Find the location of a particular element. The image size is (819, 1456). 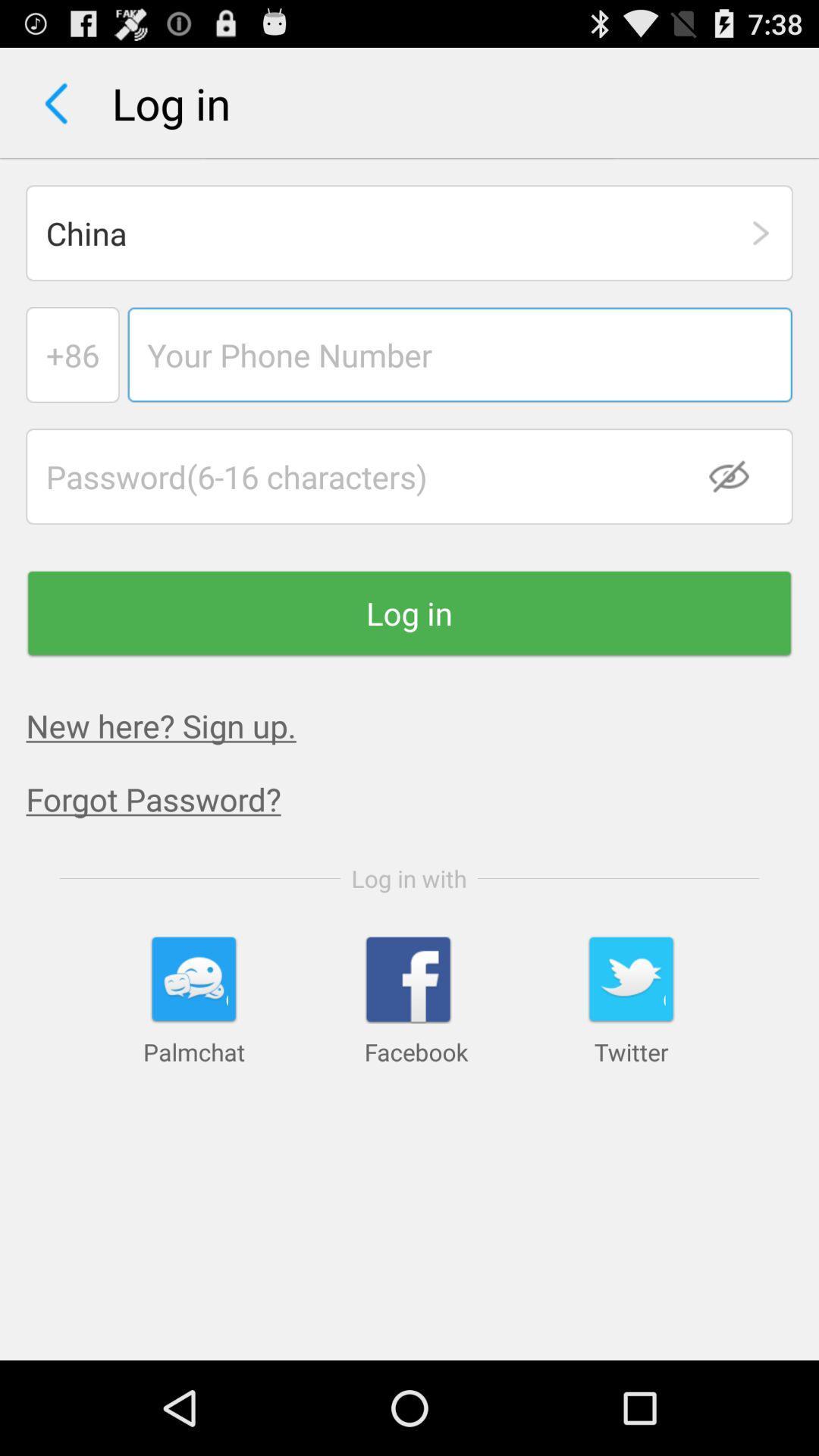

the icon next to the log in is located at coordinates (55, 102).